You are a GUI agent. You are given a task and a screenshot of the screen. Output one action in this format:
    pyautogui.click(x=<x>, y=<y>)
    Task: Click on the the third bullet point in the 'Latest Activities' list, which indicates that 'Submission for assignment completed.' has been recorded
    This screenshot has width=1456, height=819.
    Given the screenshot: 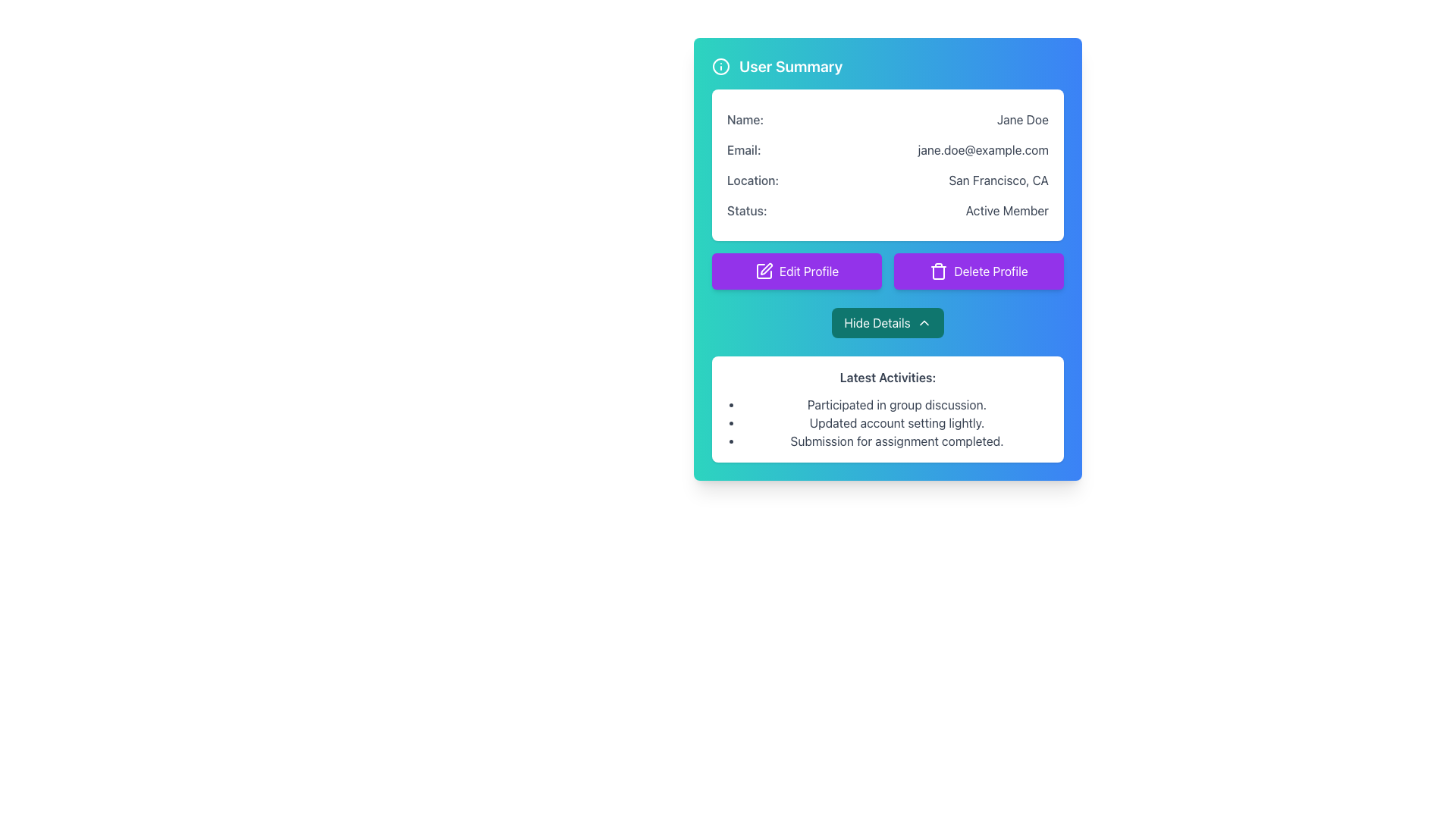 What is the action you would take?
    pyautogui.click(x=896, y=441)
    